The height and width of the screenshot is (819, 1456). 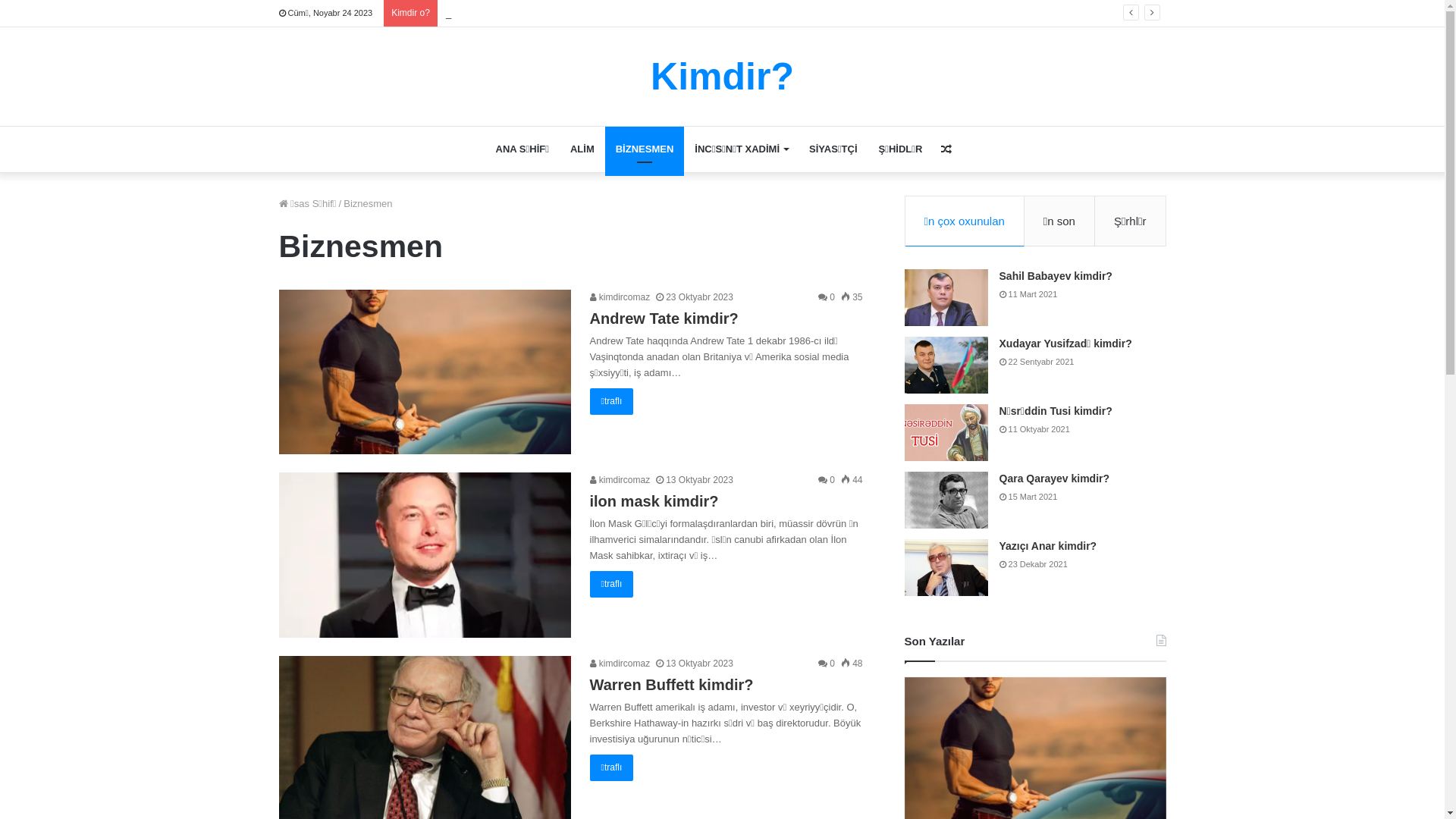 What do you see at coordinates (945, 149) in the screenshot?
I see `'Random Article'` at bounding box center [945, 149].